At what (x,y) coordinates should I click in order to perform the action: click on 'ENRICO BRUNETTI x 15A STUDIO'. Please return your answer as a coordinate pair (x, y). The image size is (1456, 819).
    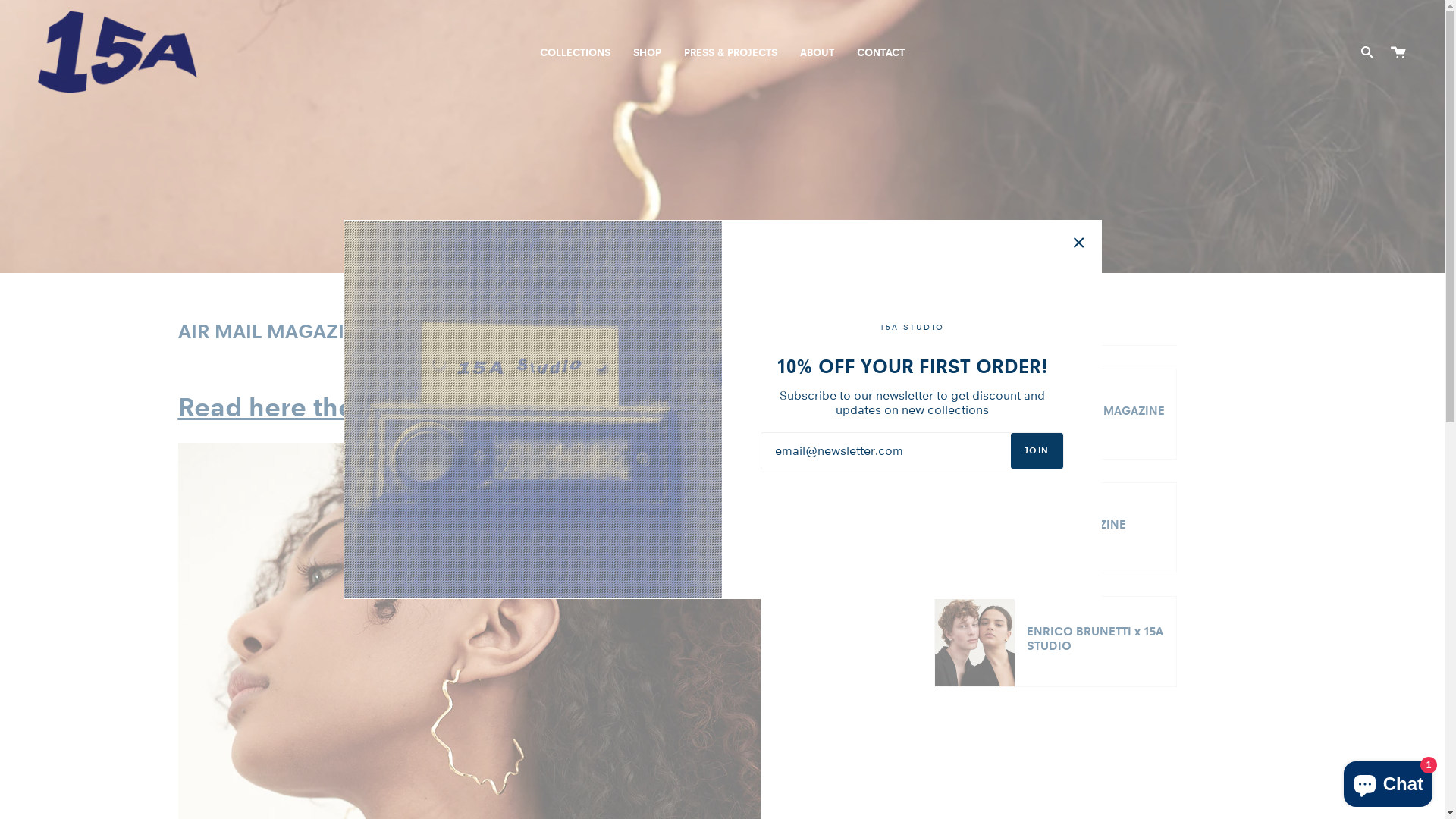
    Looking at the image, I should click on (1055, 641).